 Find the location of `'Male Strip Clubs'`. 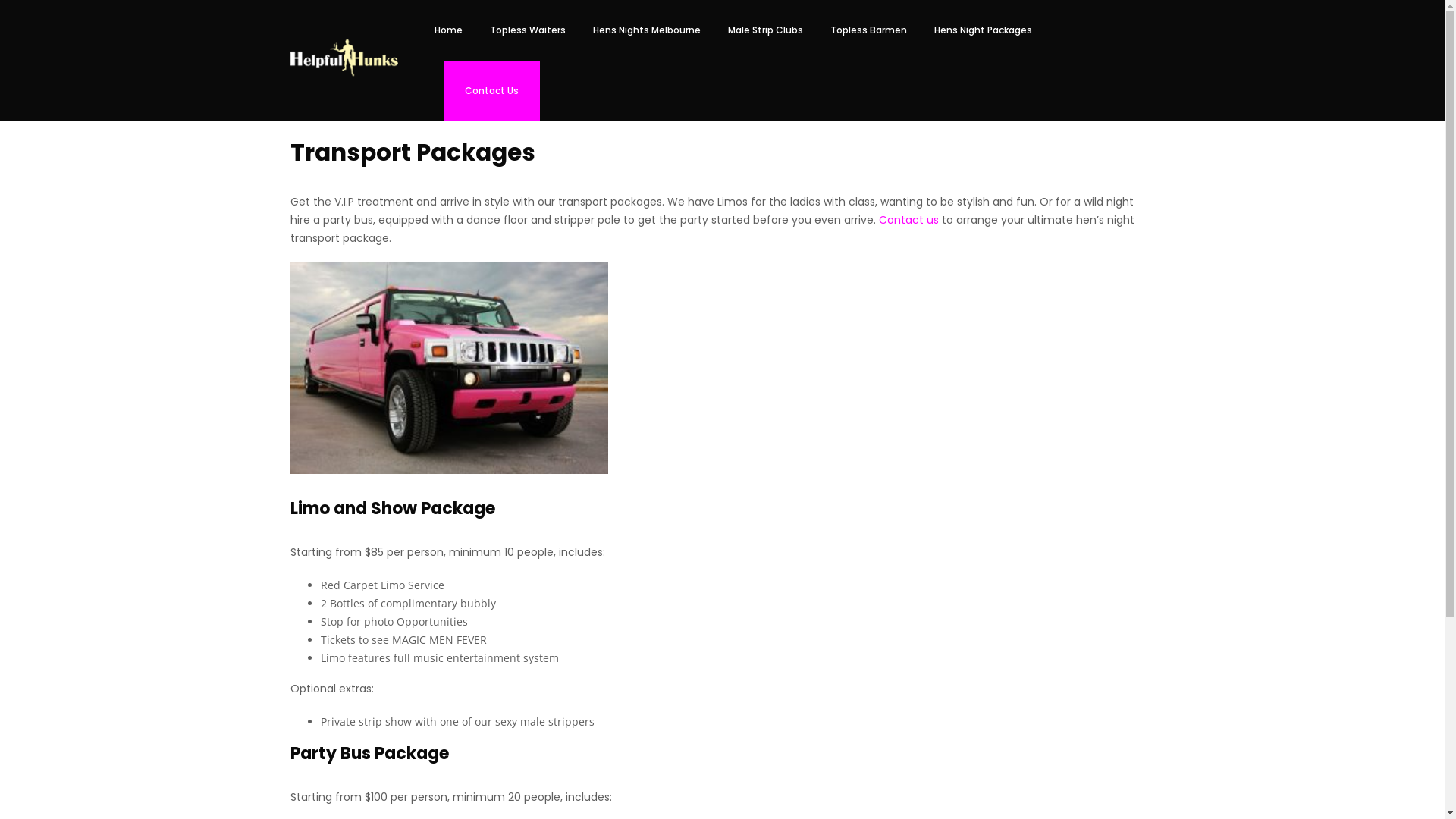

'Male Strip Clubs' is located at coordinates (713, 30).